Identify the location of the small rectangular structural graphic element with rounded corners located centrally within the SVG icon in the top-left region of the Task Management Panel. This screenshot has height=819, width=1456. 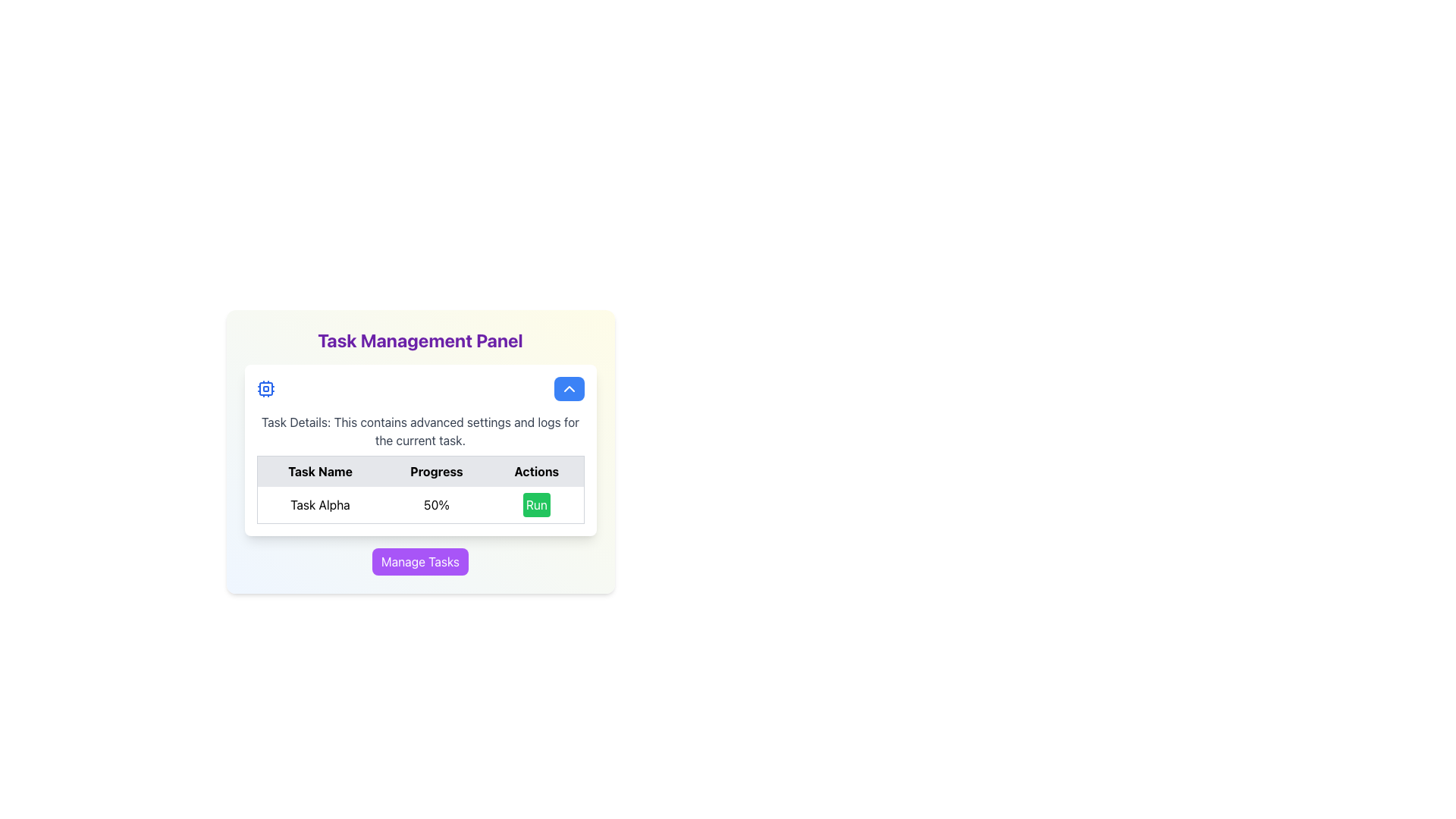
(265, 388).